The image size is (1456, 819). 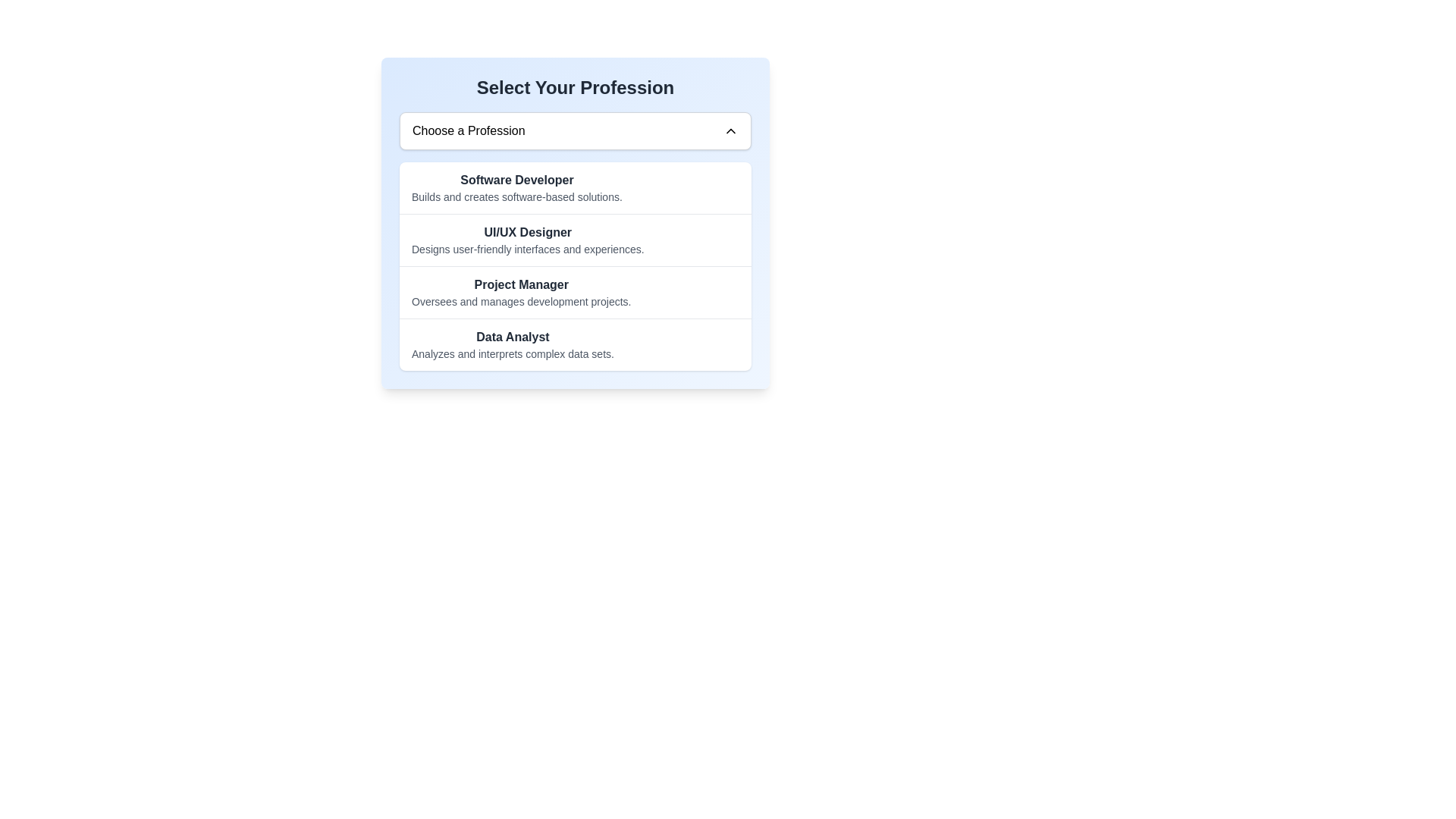 What do you see at coordinates (521, 284) in the screenshot?
I see `the text label indicating a professional role or title, which is the third item in a vertical list of professions located centrally in the layout` at bounding box center [521, 284].